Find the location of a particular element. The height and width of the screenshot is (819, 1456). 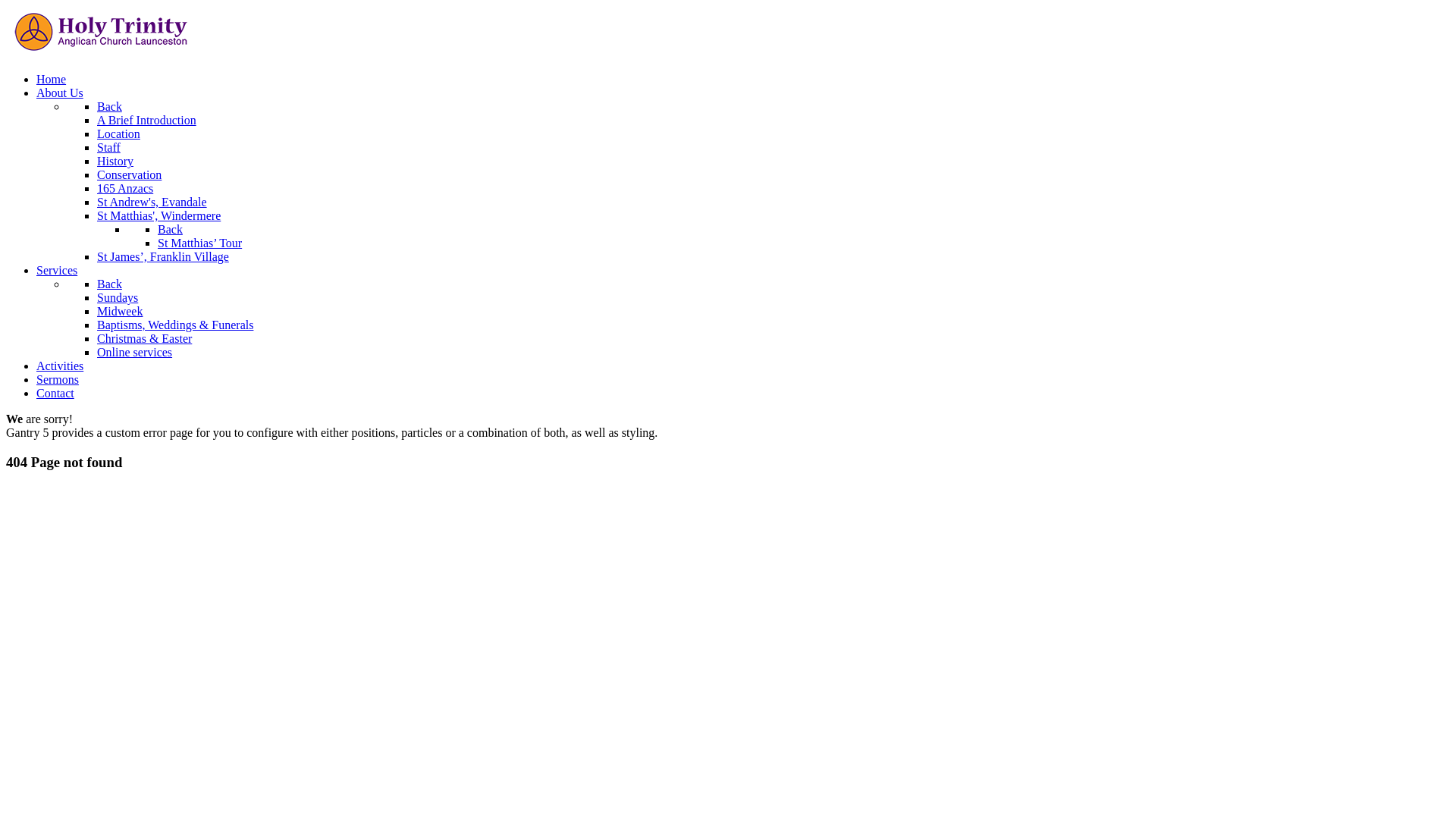

'Back' is located at coordinates (108, 105).